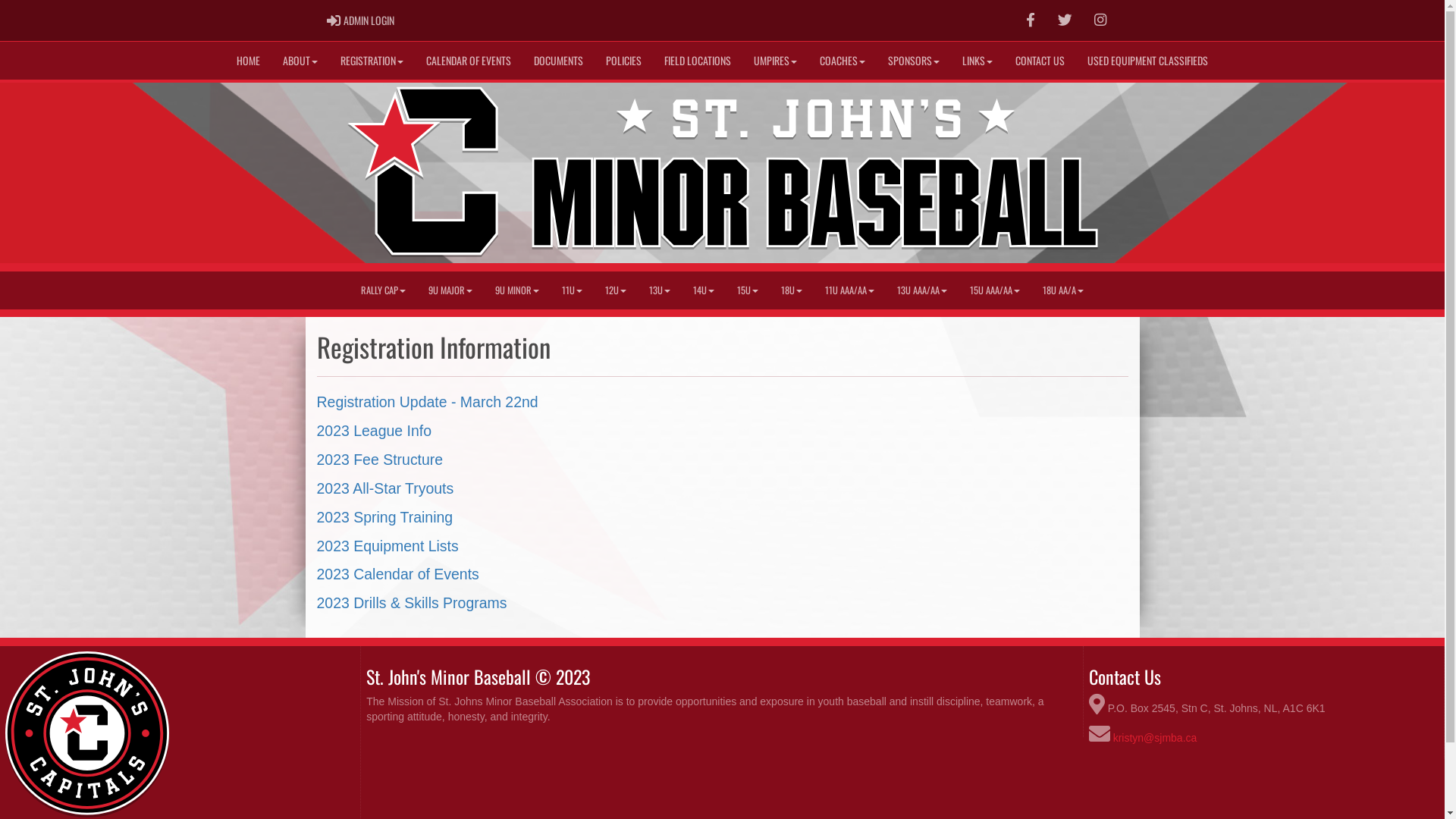  Describe the element at coordinates (1100, 20) in the screenshot. I see `'instagram'` at that location.